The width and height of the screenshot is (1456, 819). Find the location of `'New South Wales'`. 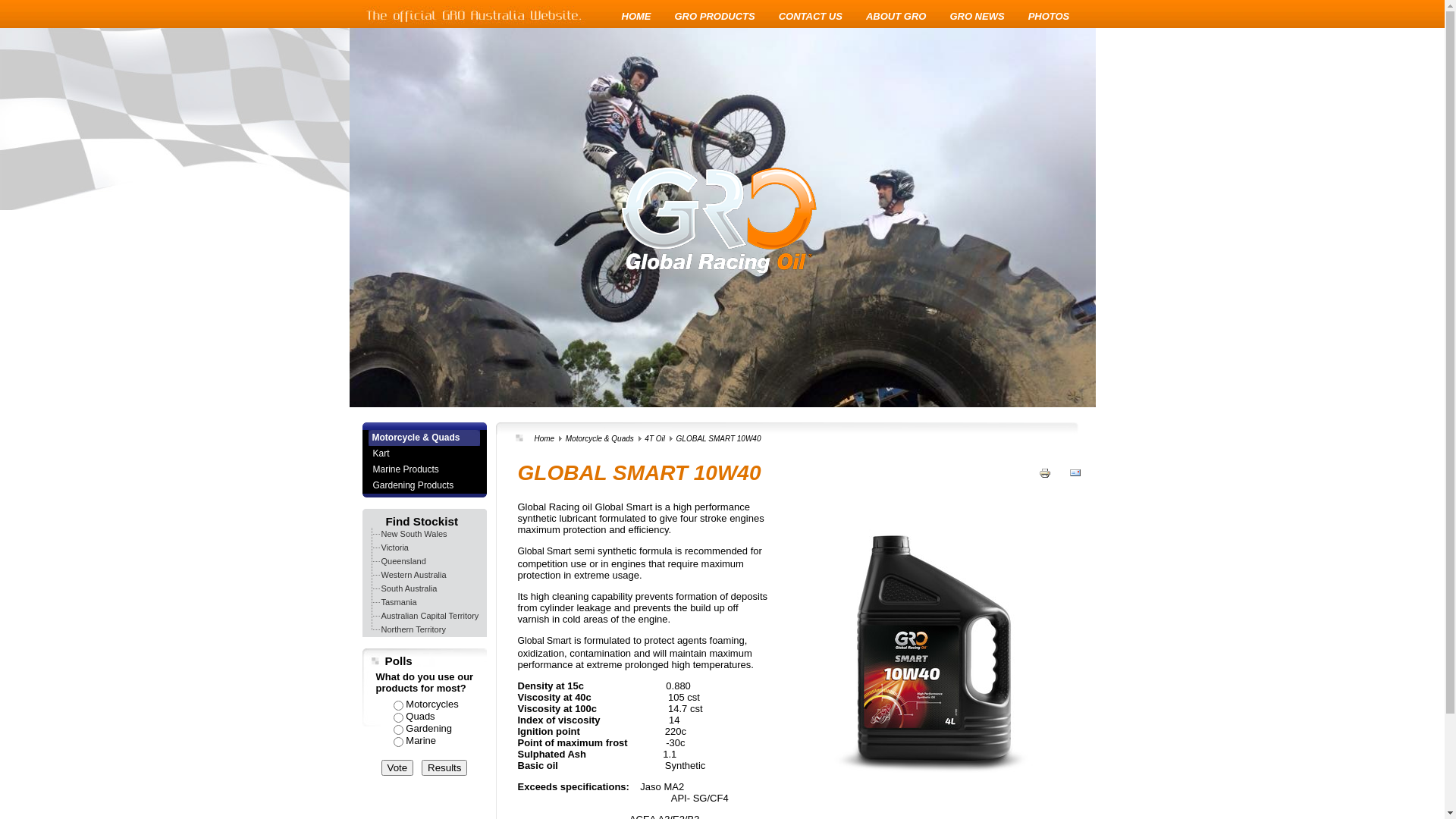

'New South Wales' is located at coordinates (413, 533).